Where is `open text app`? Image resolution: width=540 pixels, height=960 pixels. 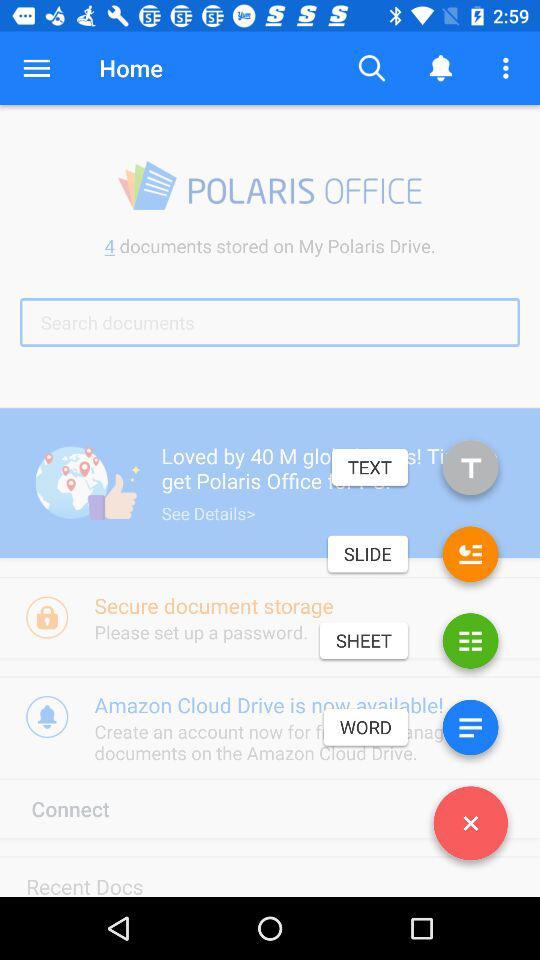 open text app is located at coordinates (470, 471).